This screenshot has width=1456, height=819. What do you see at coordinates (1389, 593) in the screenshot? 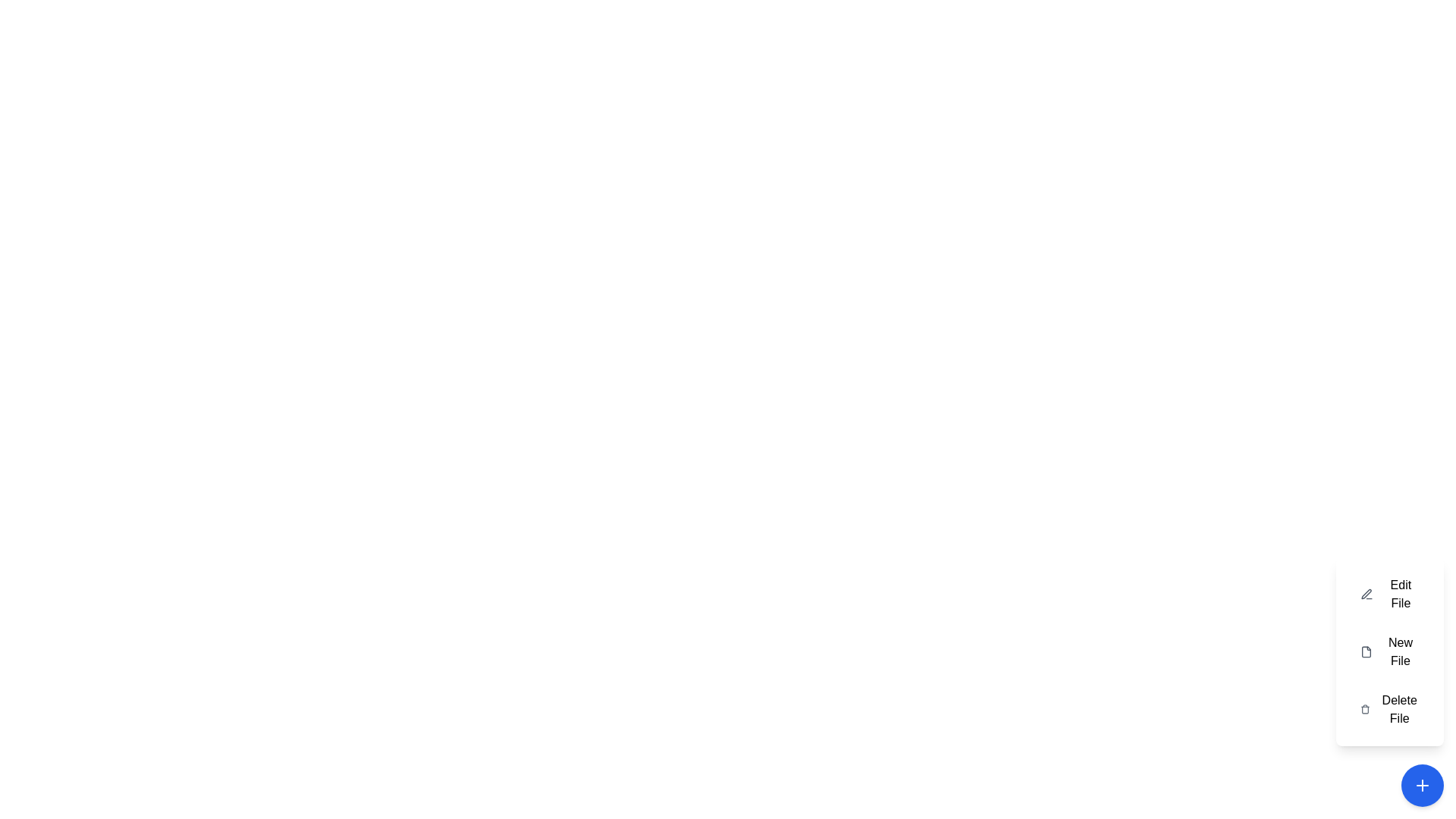
I see `the first button in the vertical menu located at the bottom-right corner of the interface` at bounding box center [1389, 593].